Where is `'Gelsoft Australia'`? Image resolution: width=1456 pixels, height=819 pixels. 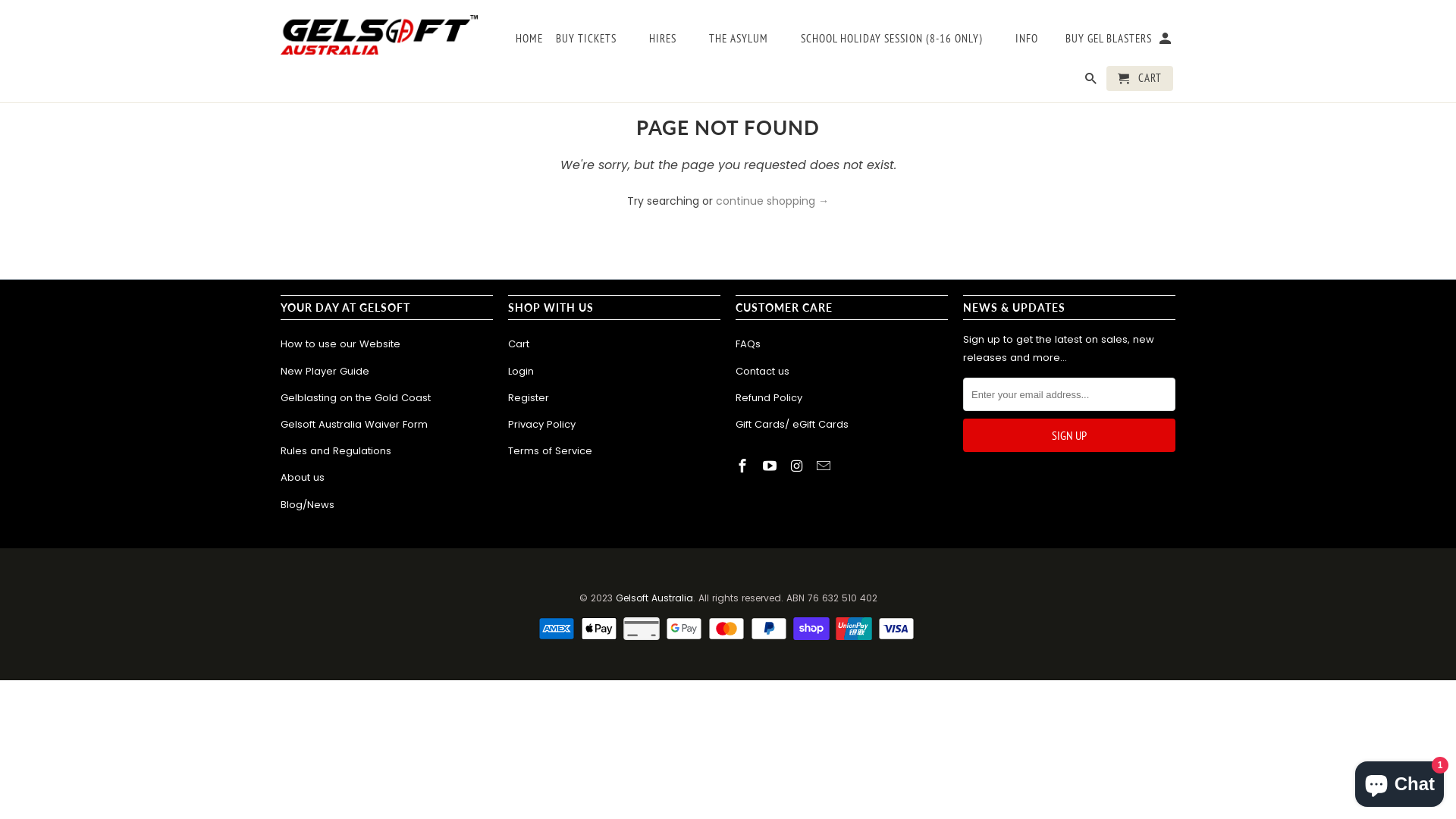 'Gelsoft Australia' is located at coordinates (654, 597).